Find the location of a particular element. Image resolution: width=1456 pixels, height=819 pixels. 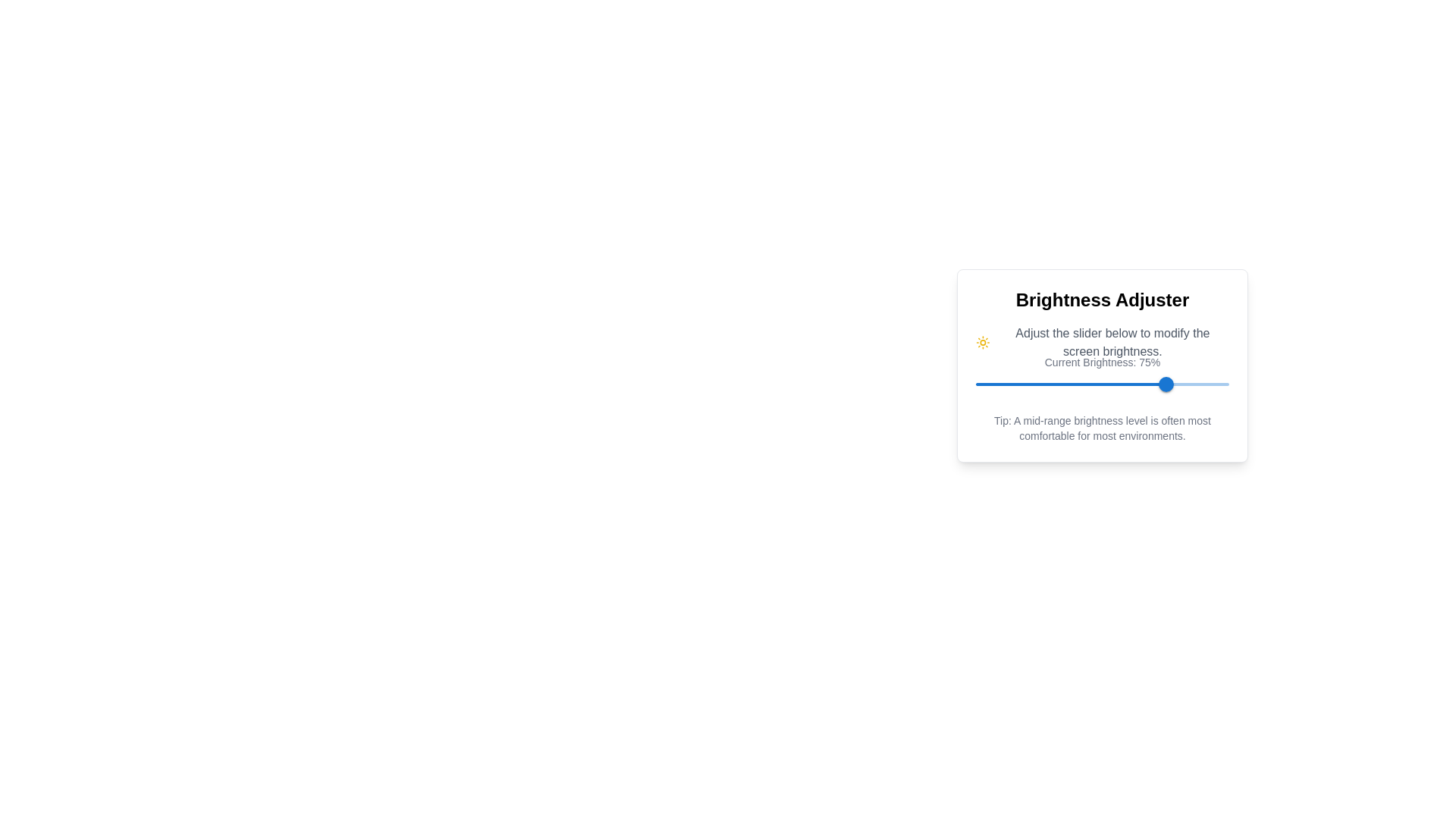

brightness is located at coordinates (1156, 383).